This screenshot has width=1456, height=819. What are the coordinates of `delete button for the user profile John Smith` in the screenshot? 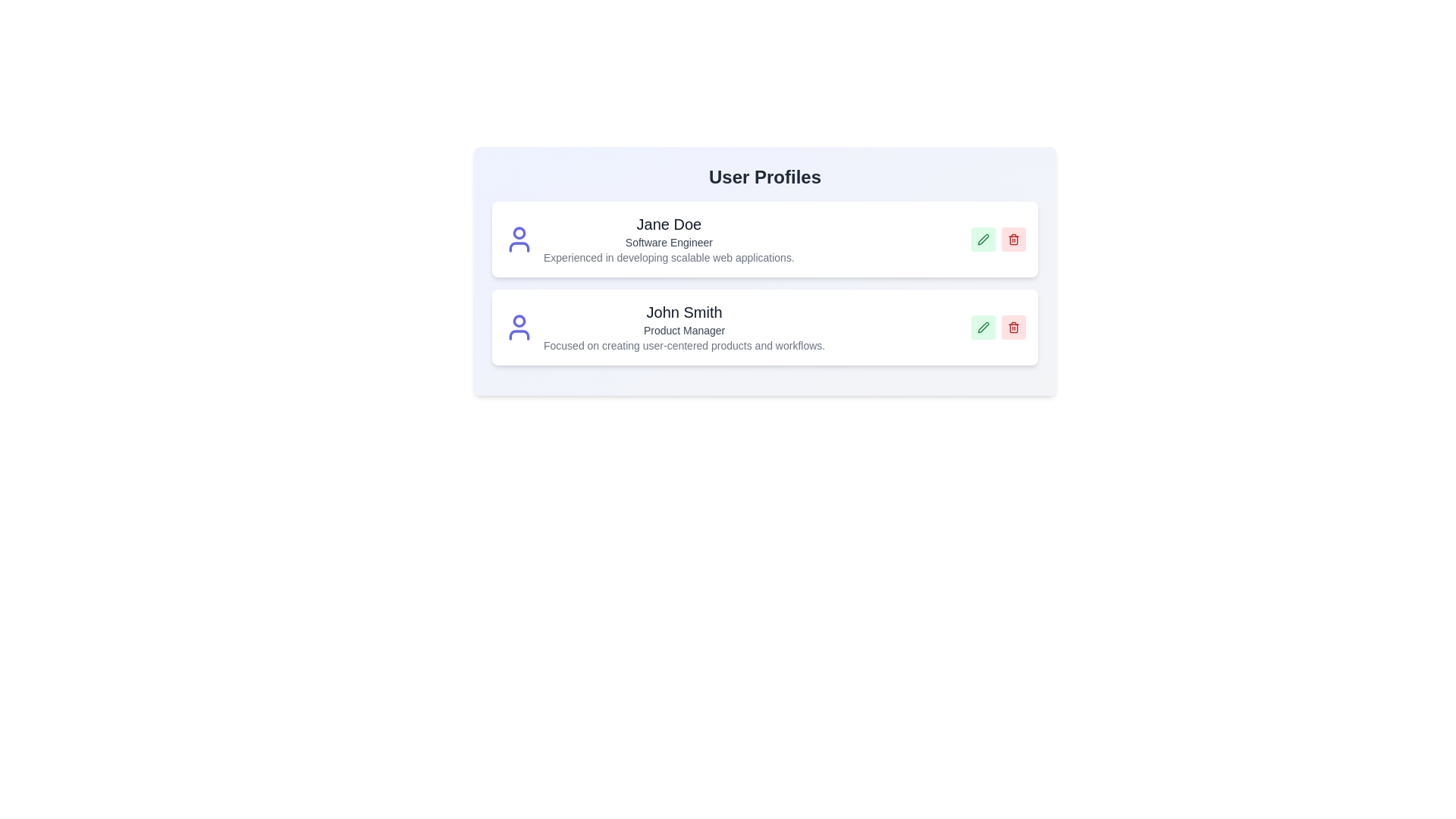 It's located at (1014, 327).